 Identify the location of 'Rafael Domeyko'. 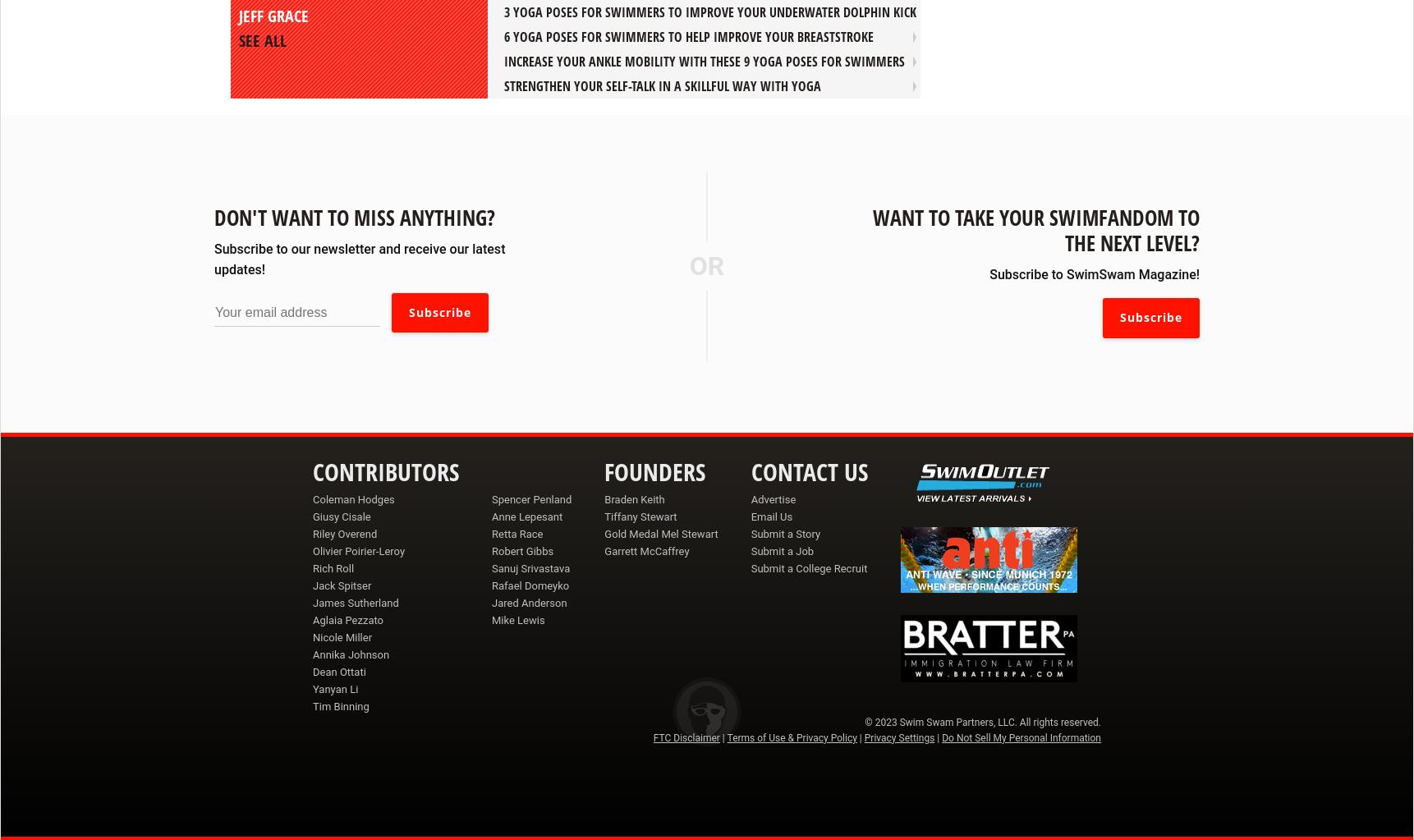
(530, 585).